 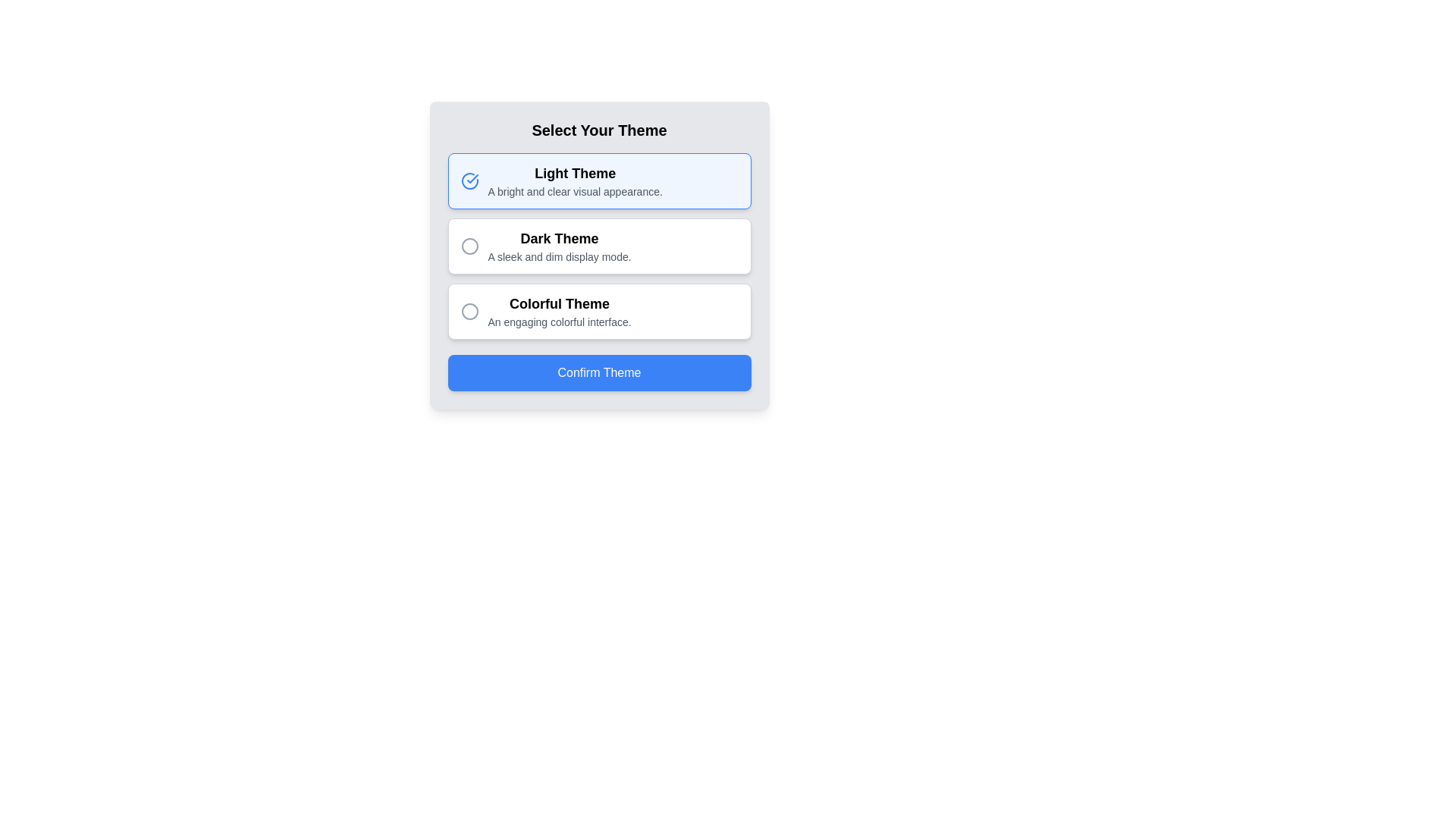 I want to click on the static text element reading 'An engaging colorful interface.' located below 'Colorful Theme' in the 'Select Your Theme' interface, so click(x=559, y=321).